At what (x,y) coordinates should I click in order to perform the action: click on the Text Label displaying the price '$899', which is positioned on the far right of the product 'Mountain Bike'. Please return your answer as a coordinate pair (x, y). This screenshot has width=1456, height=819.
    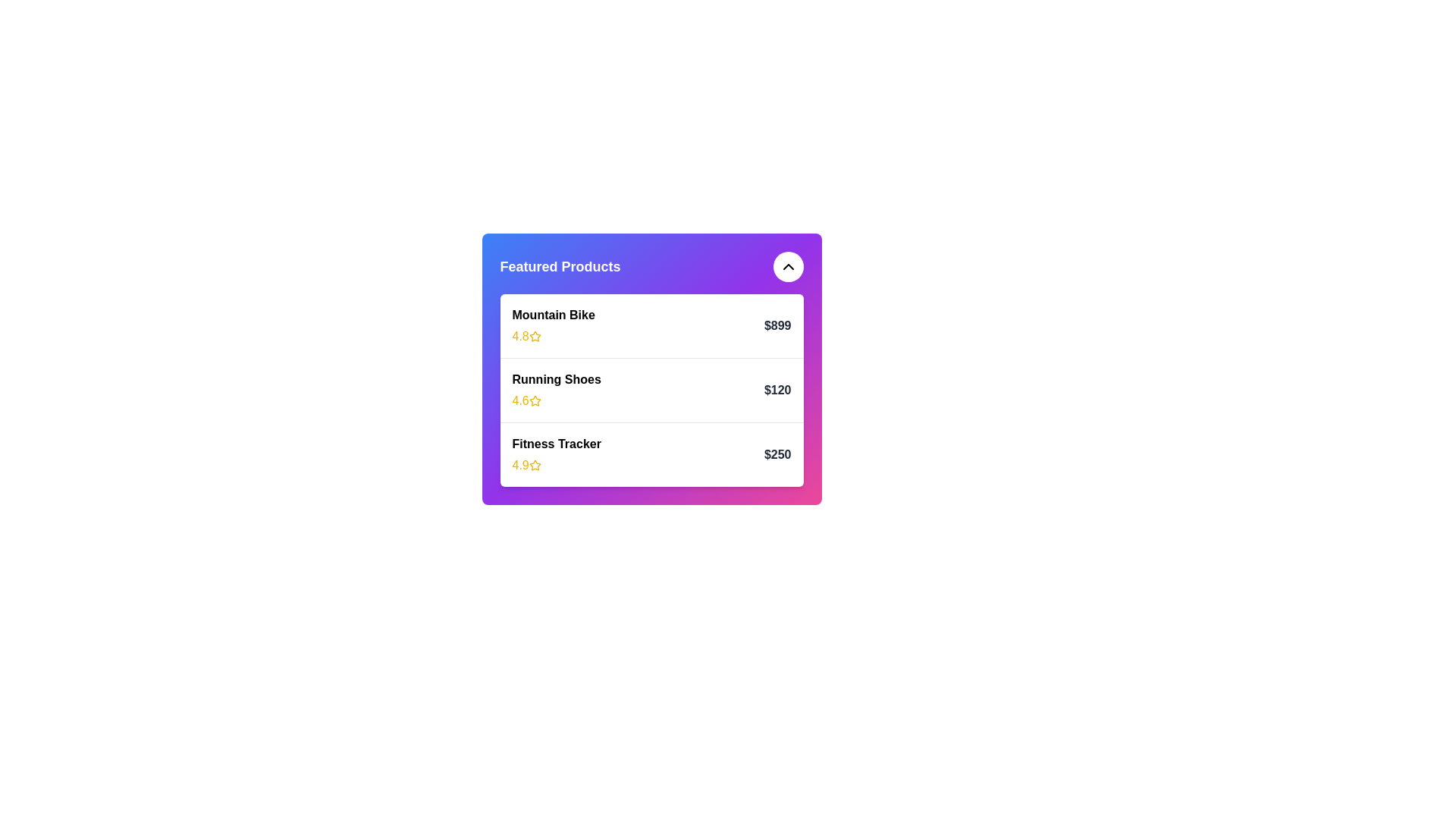
    Looking at the image, I should click on (777, 325).